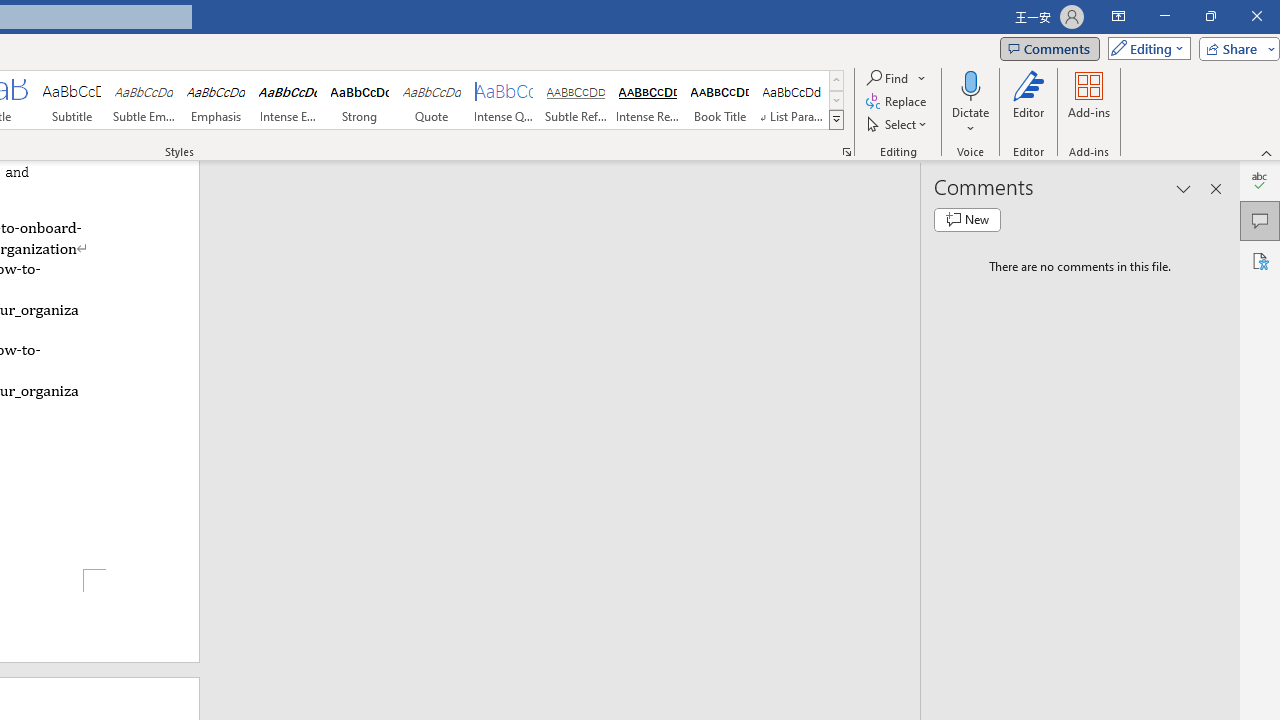 This screenshot has width=1280, height=720. Describe the element at coordinates (1209, 16) in the screenshot. I see `'Restore Down'` at that location.